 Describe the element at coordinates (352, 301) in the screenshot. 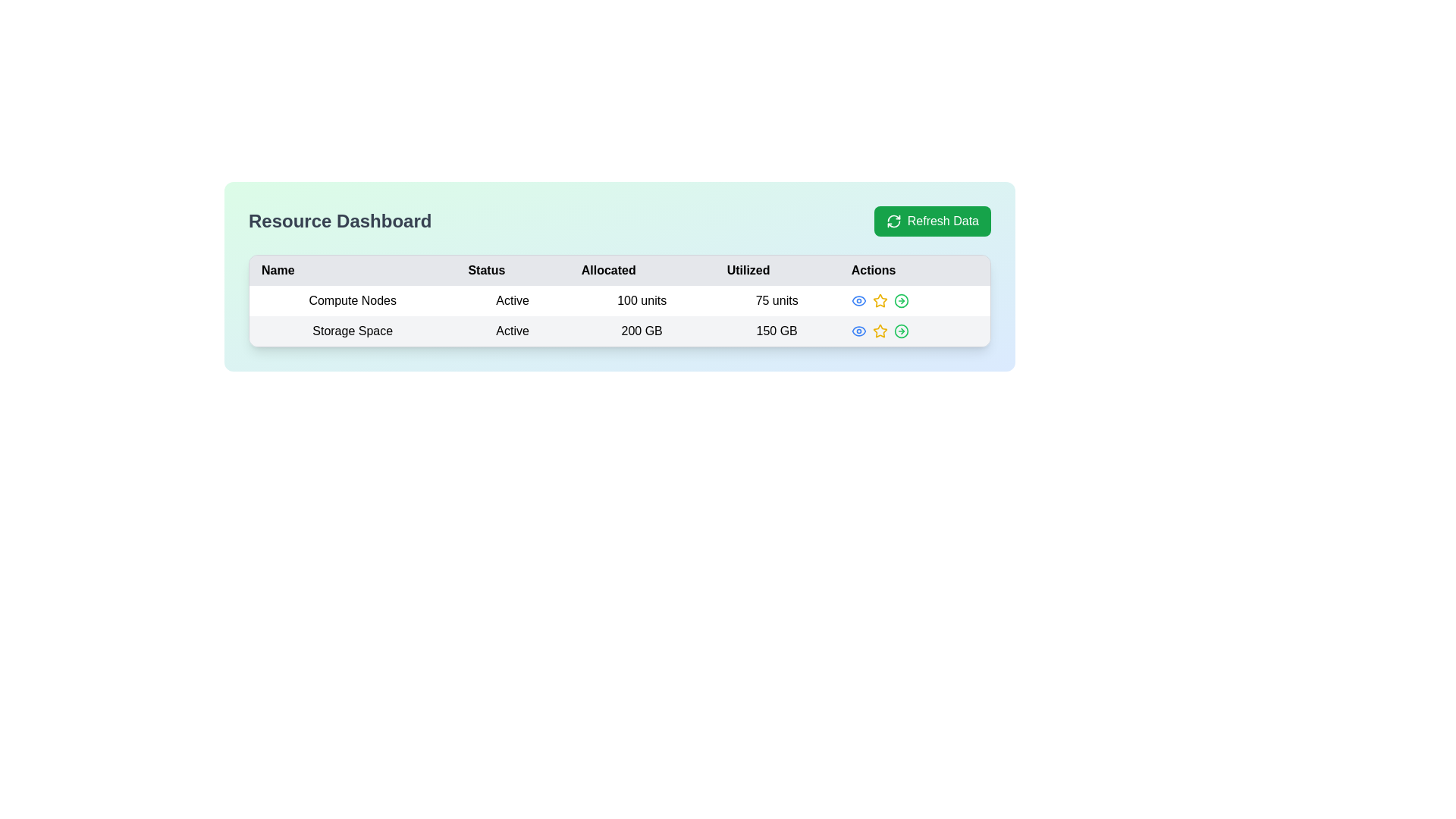

I see `the text label located at the first row and first column of the table` at that location.